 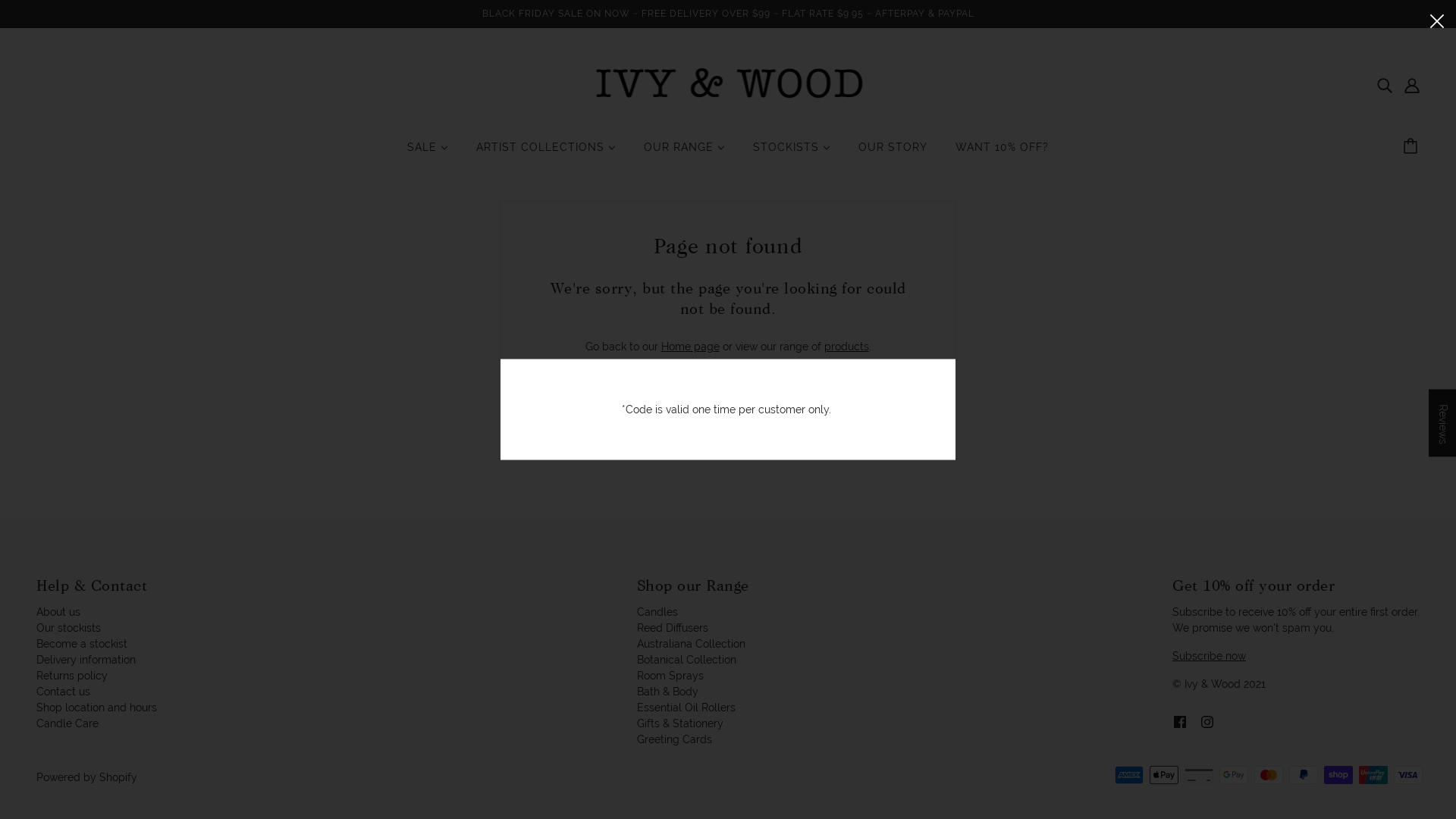 What do you see at coordinates (58, 610) in the screenshot?
I see `'About us'` at bounding box center [58, 610].